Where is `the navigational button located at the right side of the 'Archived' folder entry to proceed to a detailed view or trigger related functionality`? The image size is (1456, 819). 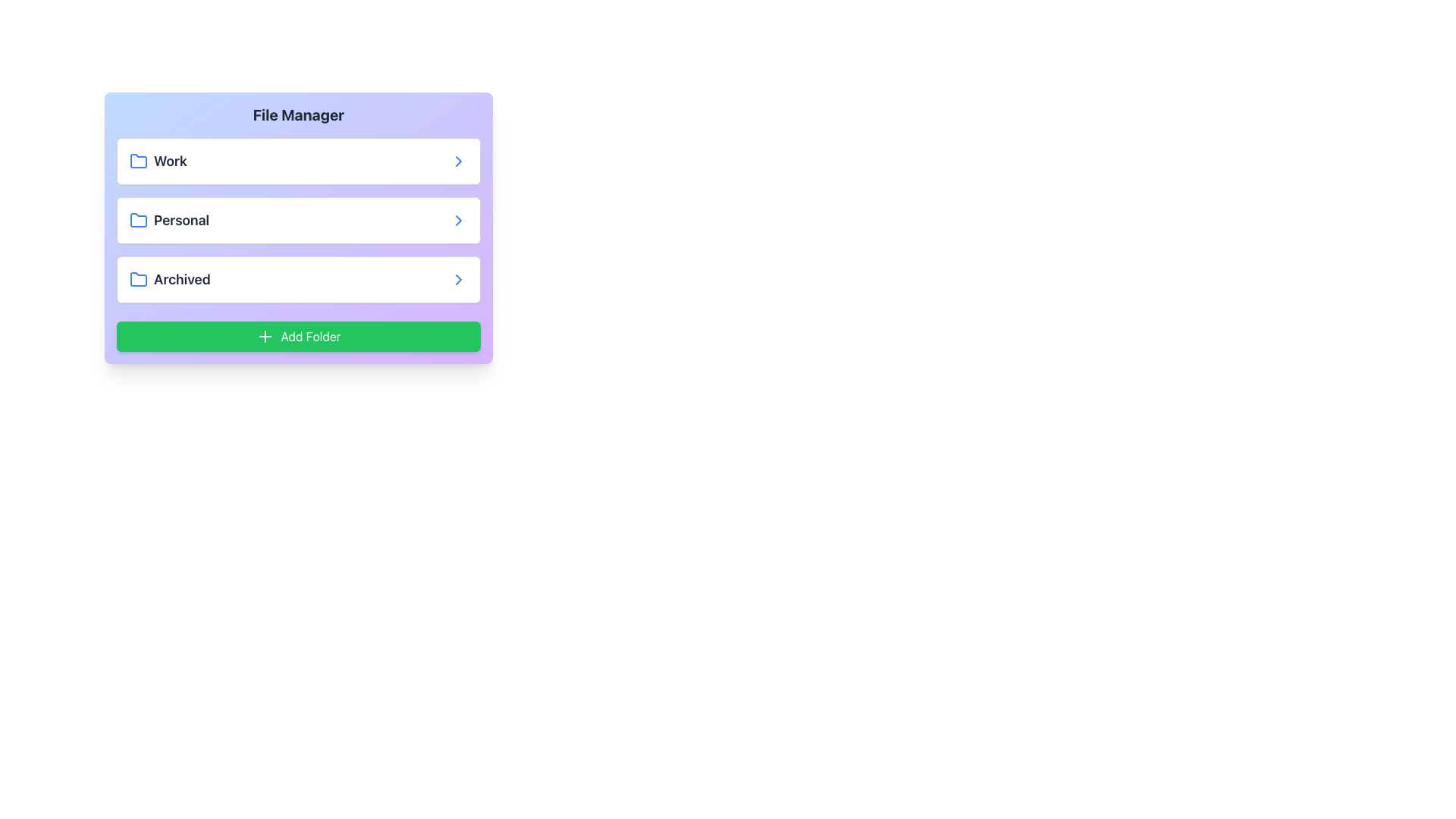
the navigational button located at the right side of the 'Archived' folder entry to proceed to a detailed view or trigger related functionality is located at coordinates (457, 280).